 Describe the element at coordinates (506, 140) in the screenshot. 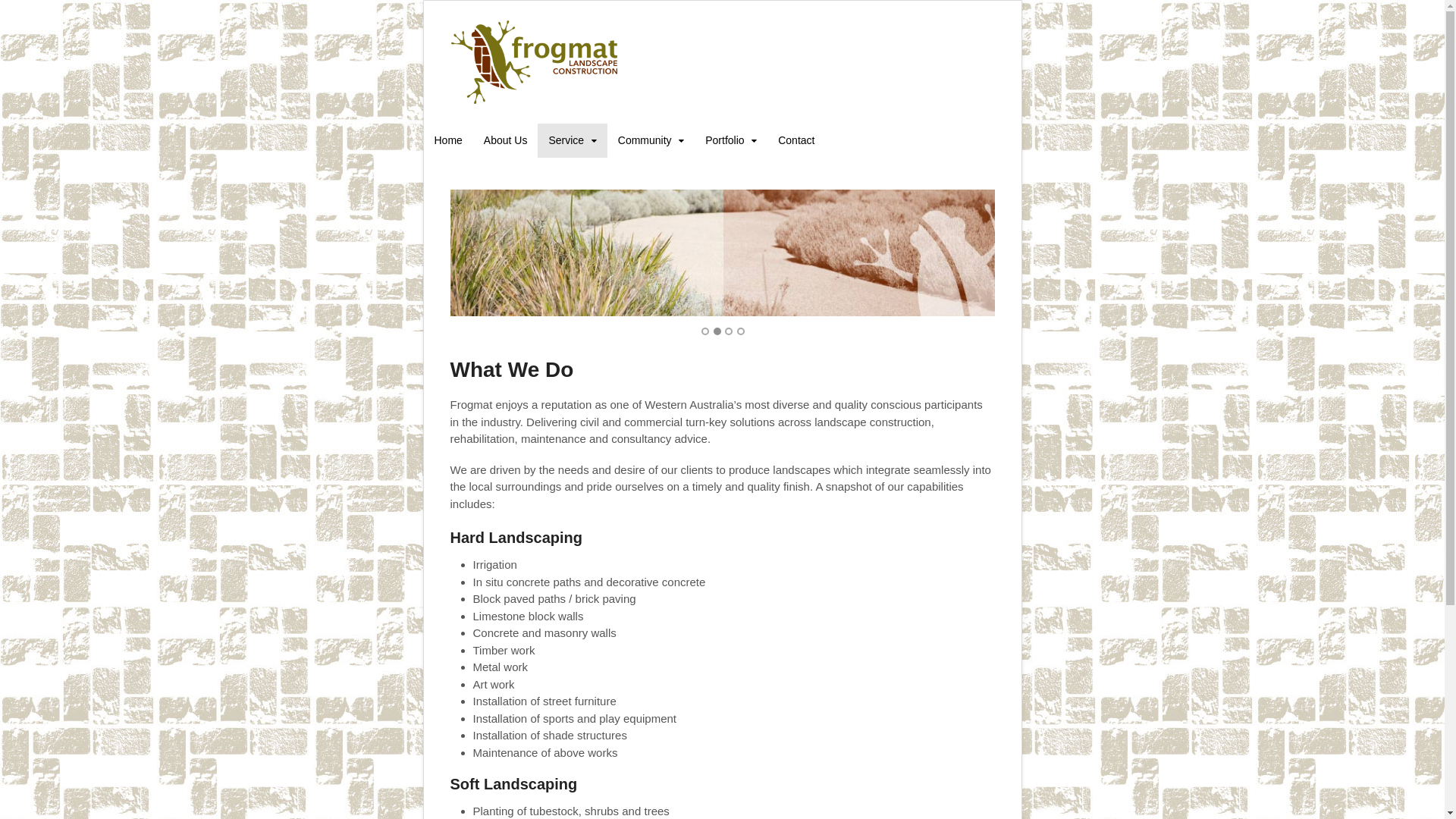

I see `'About Us'` at that location.